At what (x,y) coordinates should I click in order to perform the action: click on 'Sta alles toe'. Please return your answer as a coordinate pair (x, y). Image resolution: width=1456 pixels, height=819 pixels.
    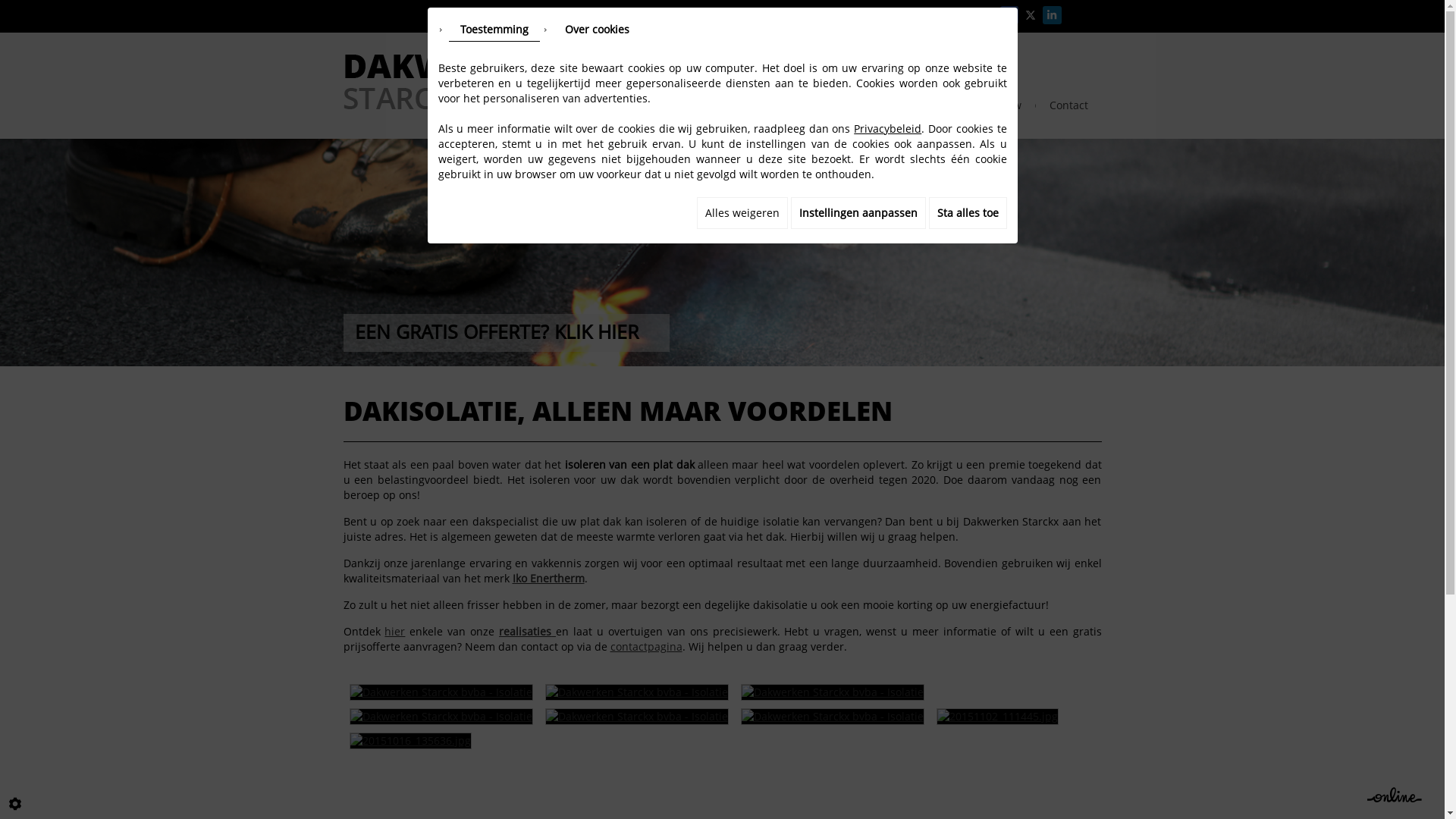
    Looking at the image, I should click on (966, 213).